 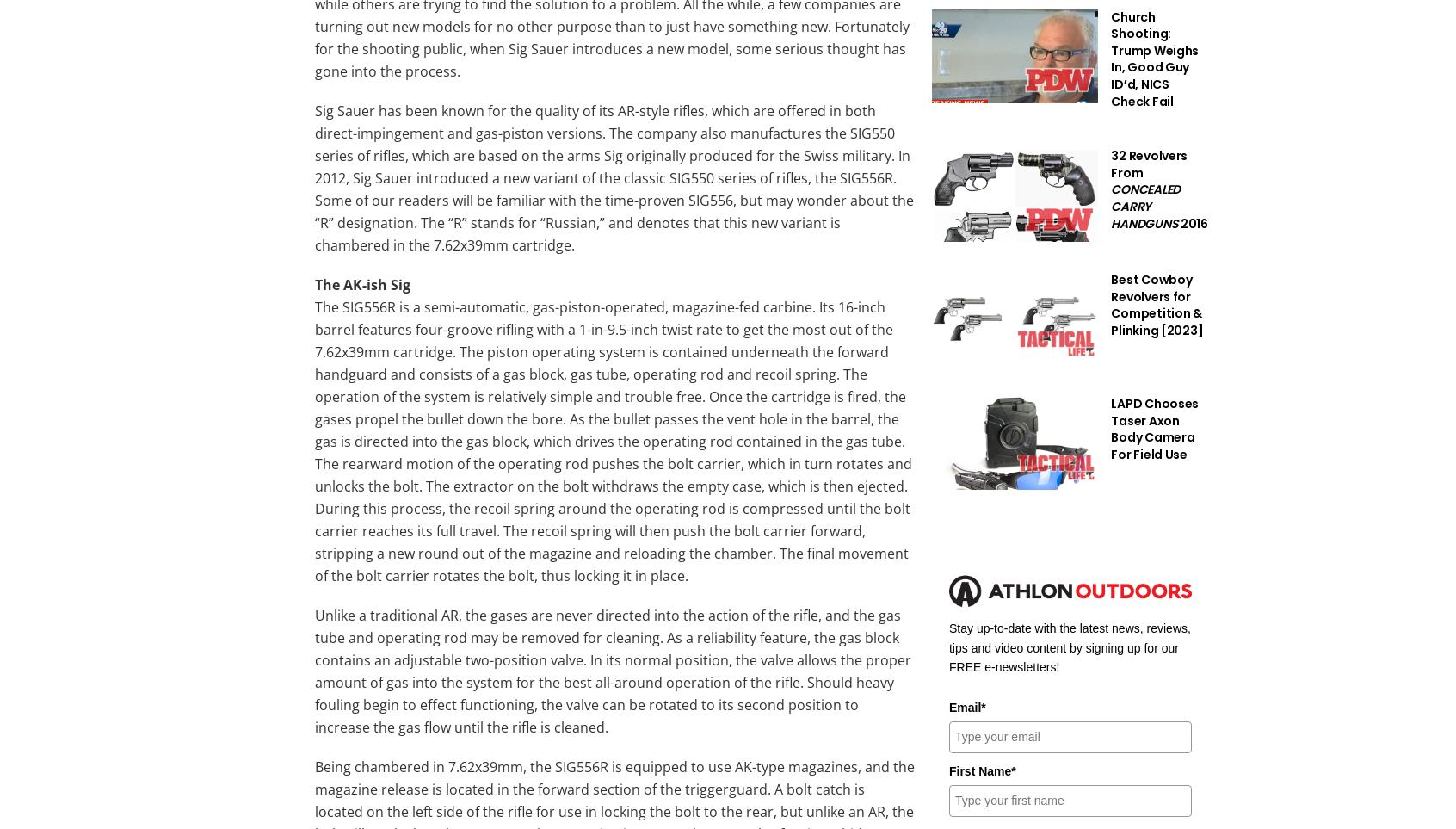 What do you see at coordinates (362, 284) in the screenshot?
I see `'The AK-ish Sig'` at bounding box center [362, 284].